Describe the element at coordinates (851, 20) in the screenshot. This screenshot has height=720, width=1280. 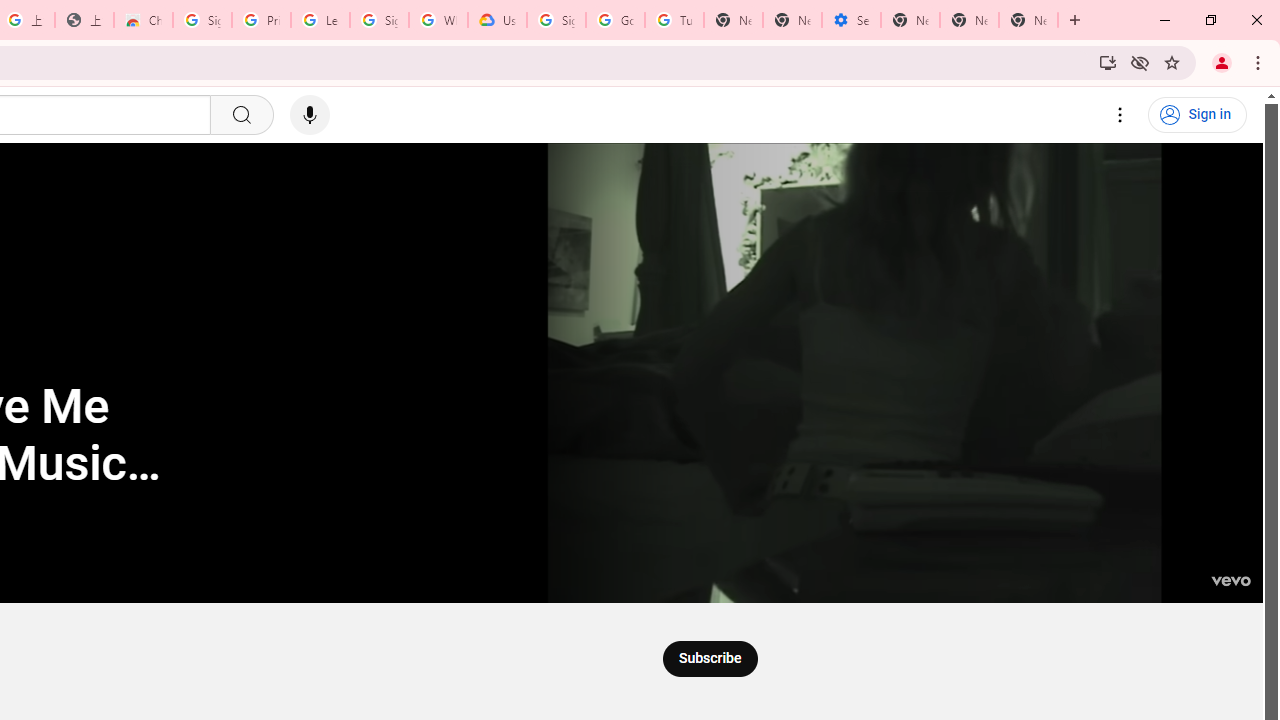
I see `'Settings - Addresses and more'` at that location.